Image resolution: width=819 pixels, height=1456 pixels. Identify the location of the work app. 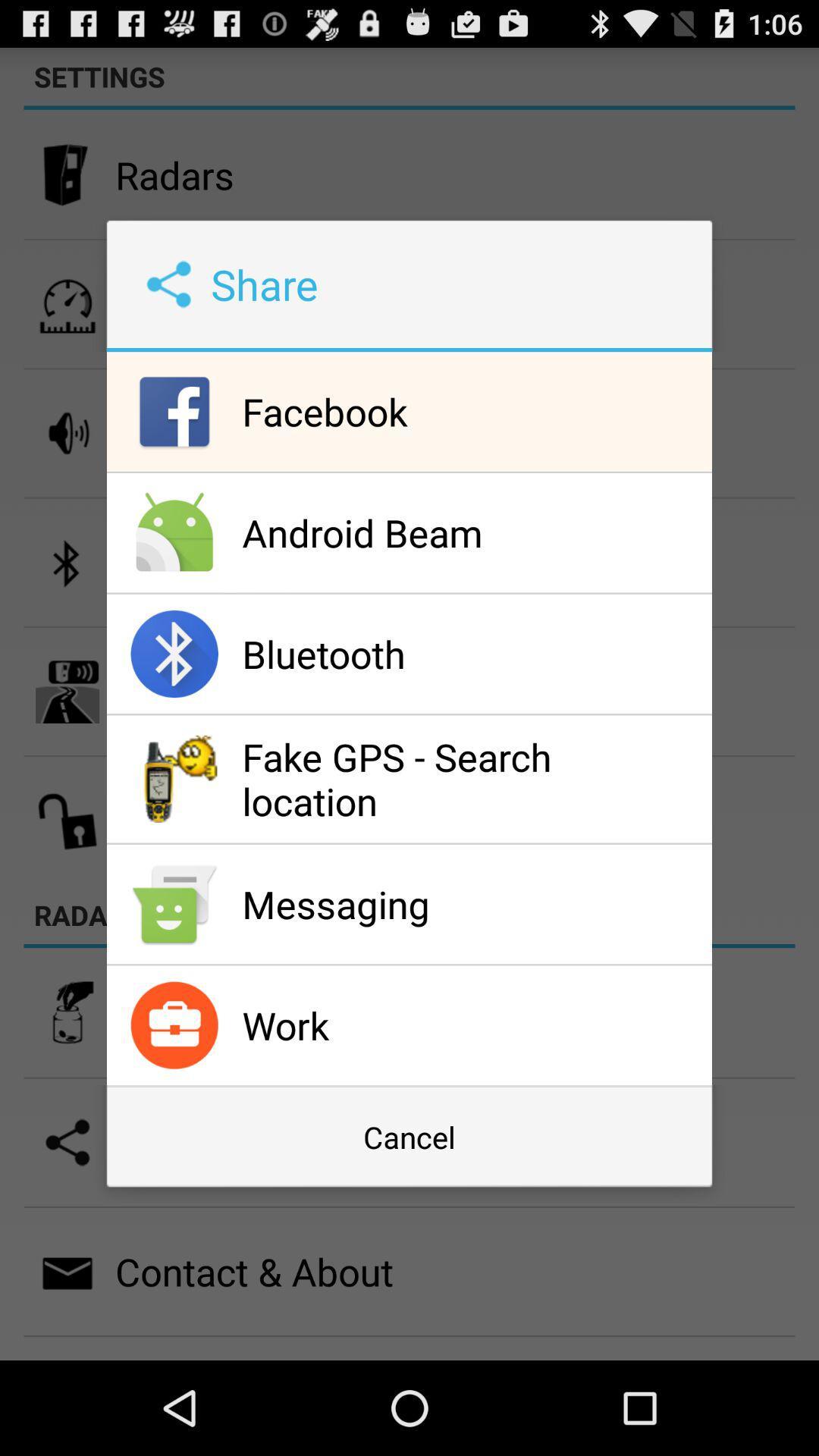
(472, 1025).